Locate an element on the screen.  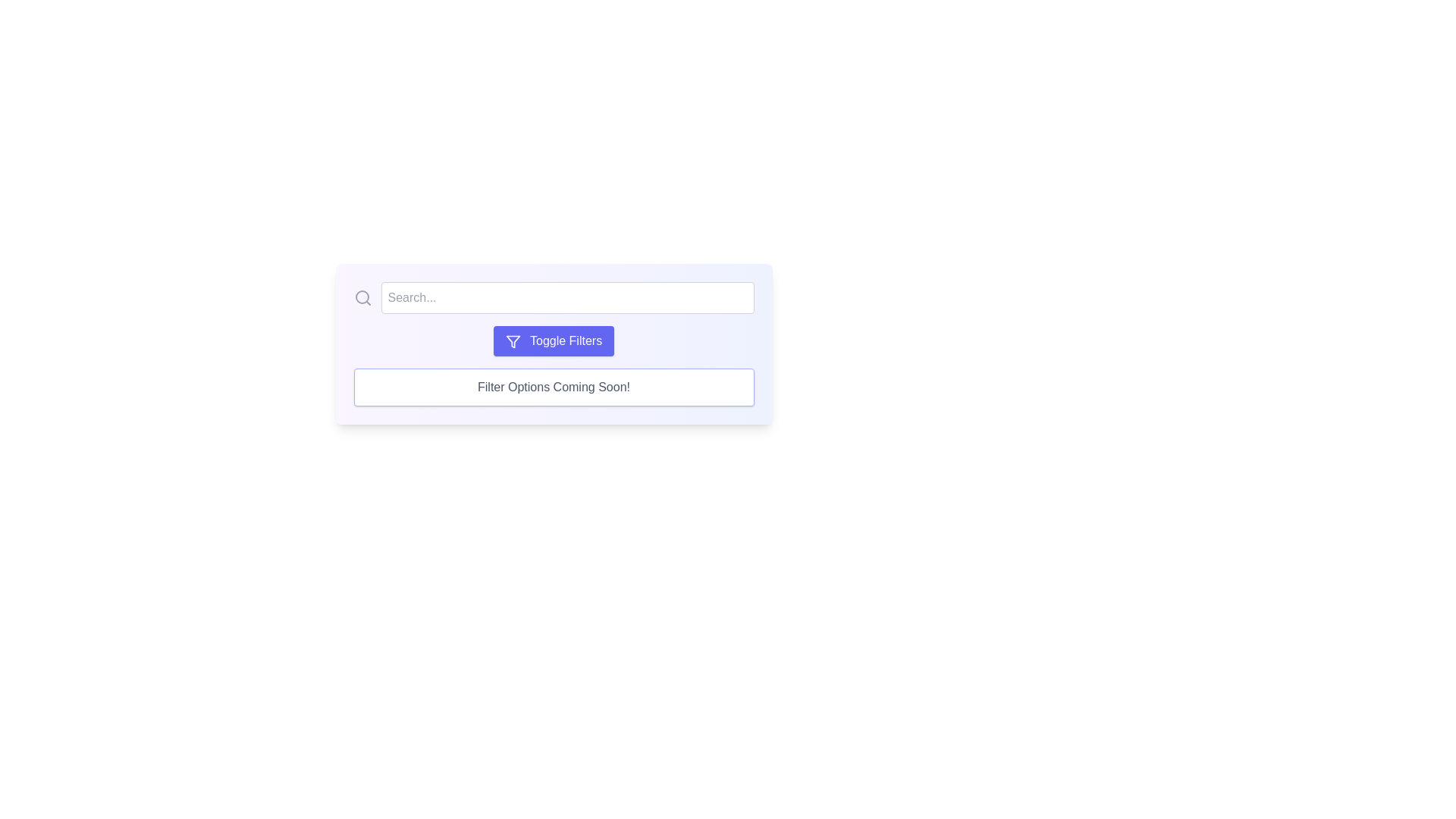
the 'Toggle Filters' button with a blue background and white text is located at coordinates (553, 341).